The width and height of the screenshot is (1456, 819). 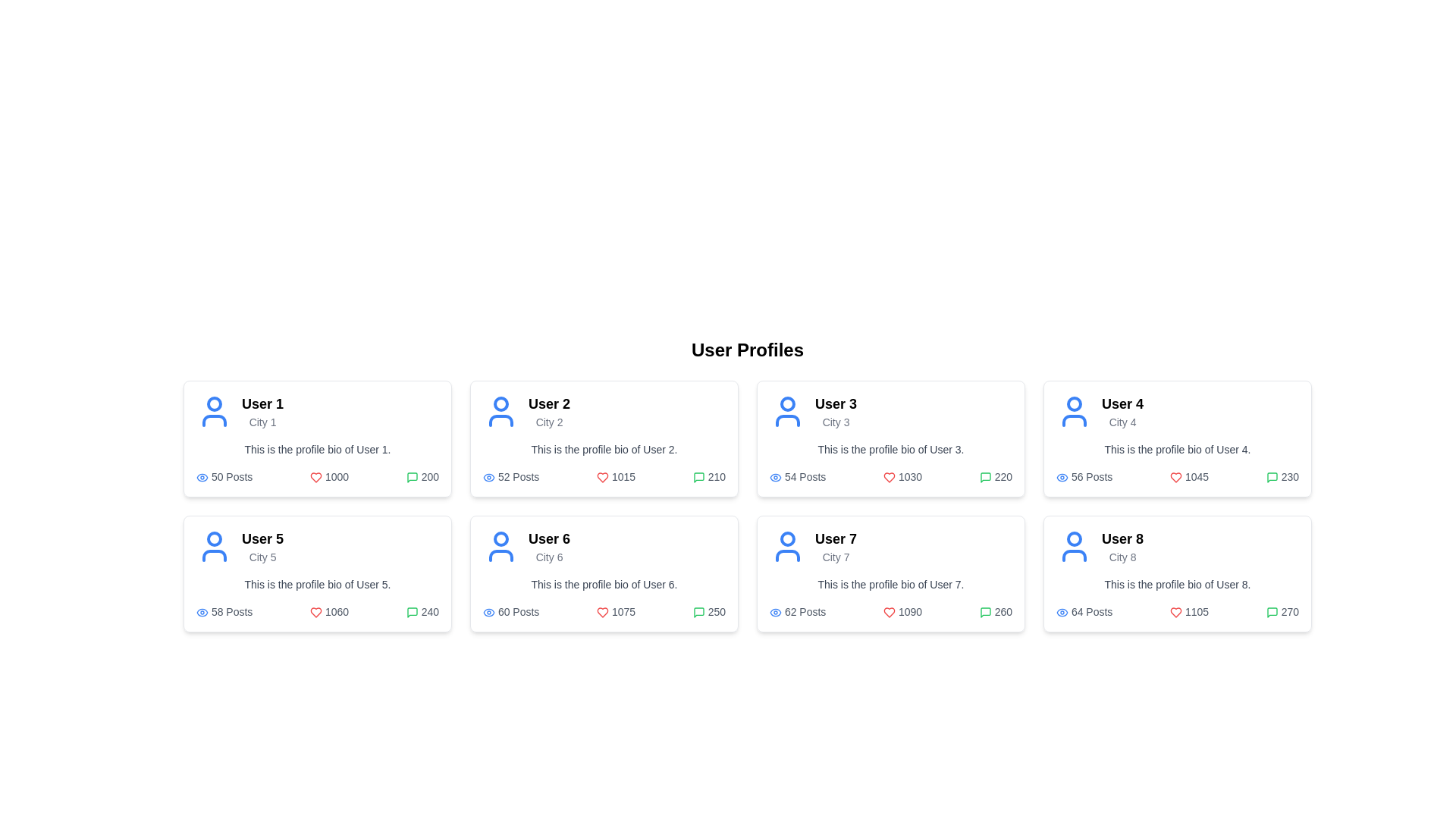 I want to click on the text label displaying 'User 8' and 'City 8', located at the bottom-right corner of the interface, within the last profile card in the grid layout, so click(x=1122, y=547).